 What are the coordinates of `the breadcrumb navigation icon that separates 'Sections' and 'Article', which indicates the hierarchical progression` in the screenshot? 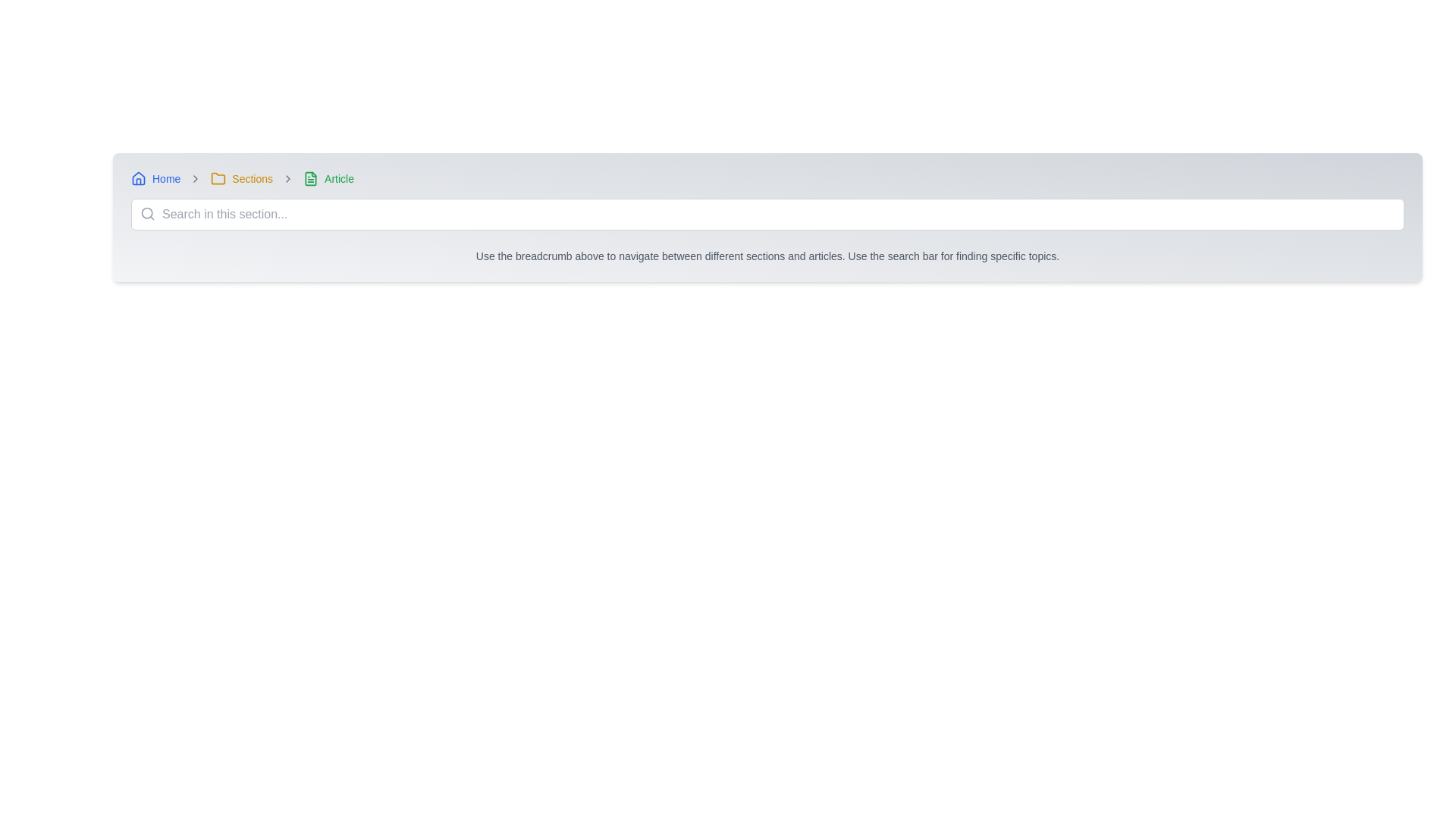 It's located at (287, 177).